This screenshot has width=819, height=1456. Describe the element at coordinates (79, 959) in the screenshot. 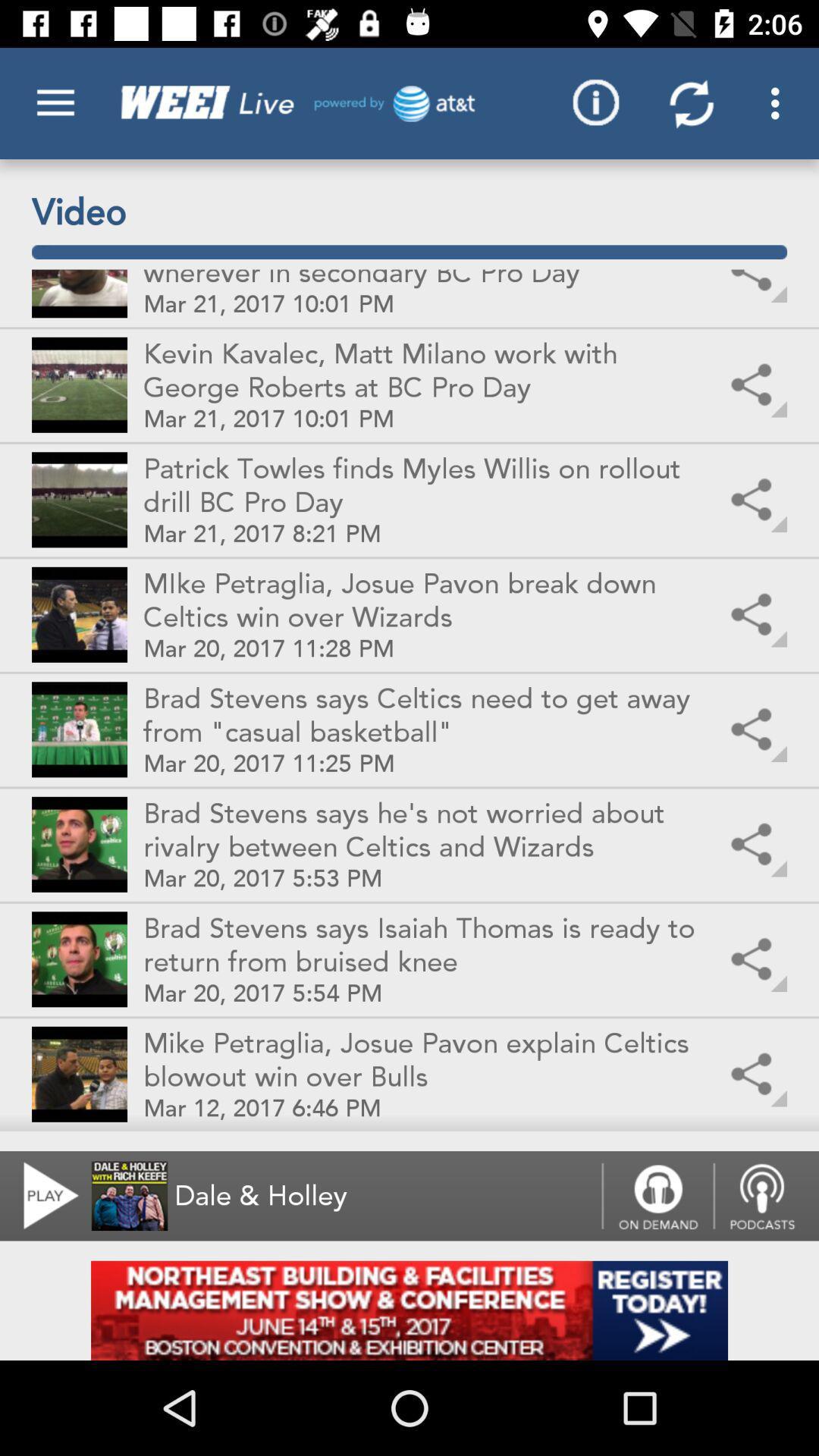

I see `the second picture from the bottom` at that location.